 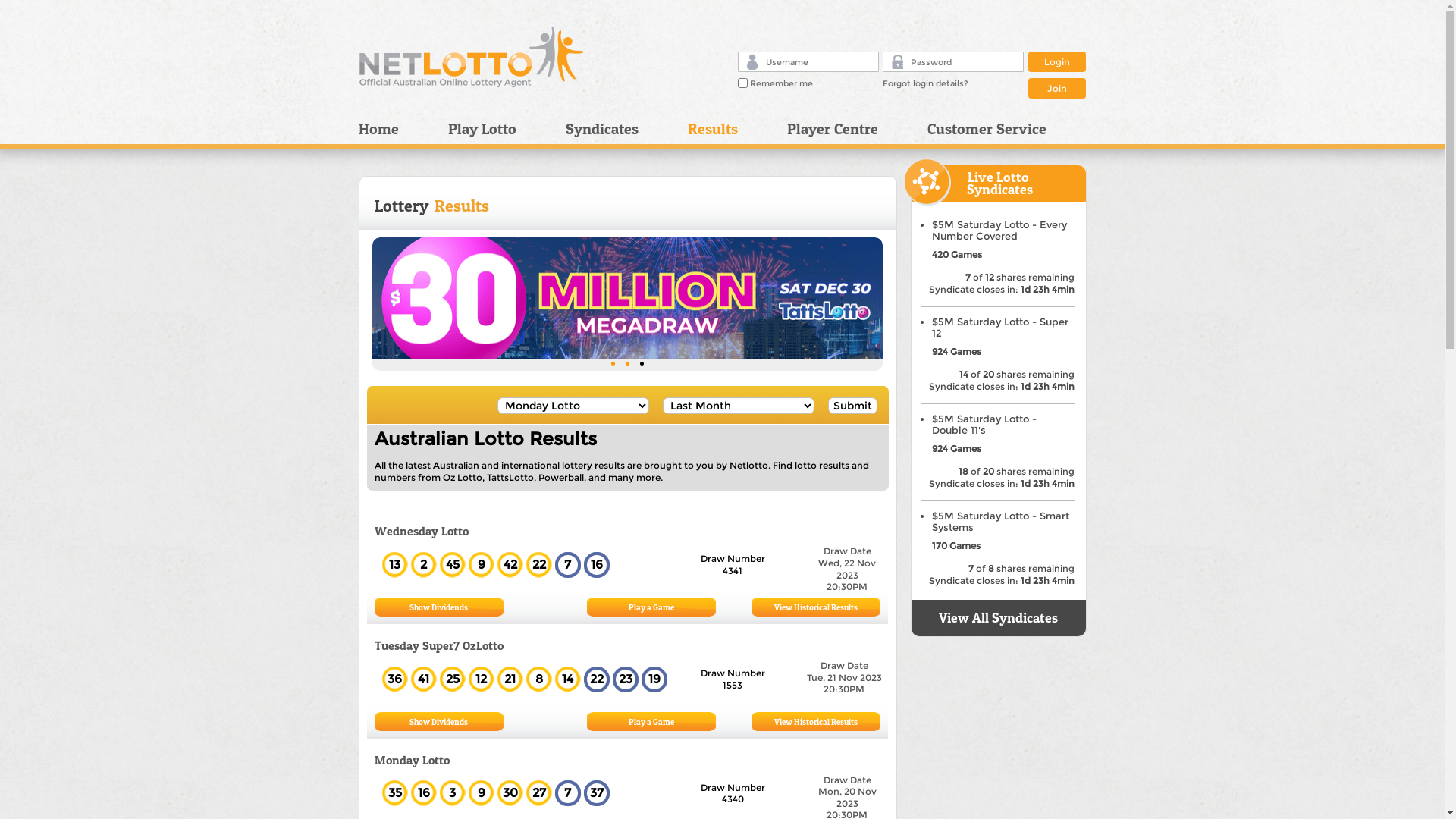 I want to click on 'Login', so click(x=1056, y=61).